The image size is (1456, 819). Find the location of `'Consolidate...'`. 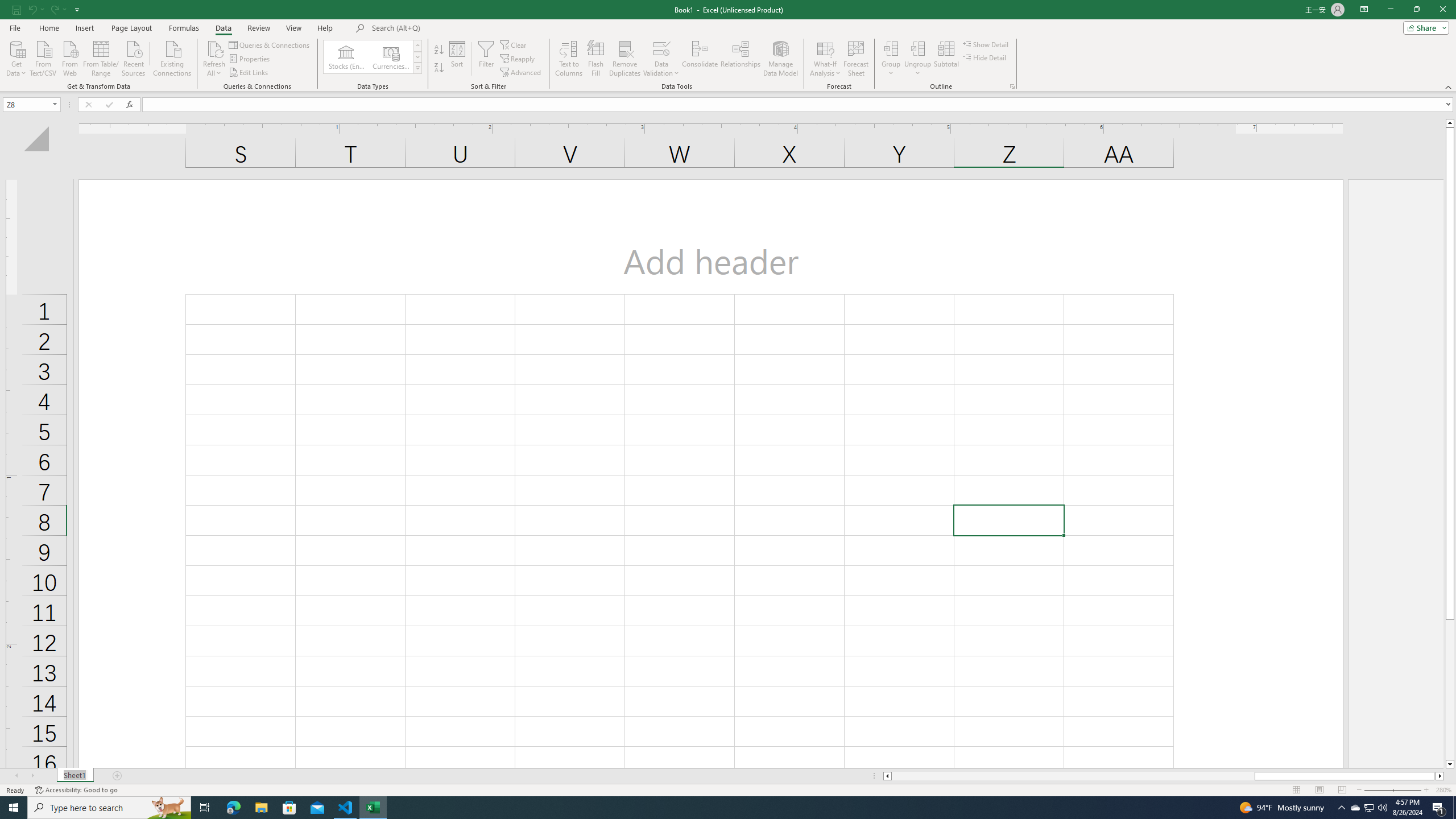

'Consolidate...' is located at coordinates (700, 59).